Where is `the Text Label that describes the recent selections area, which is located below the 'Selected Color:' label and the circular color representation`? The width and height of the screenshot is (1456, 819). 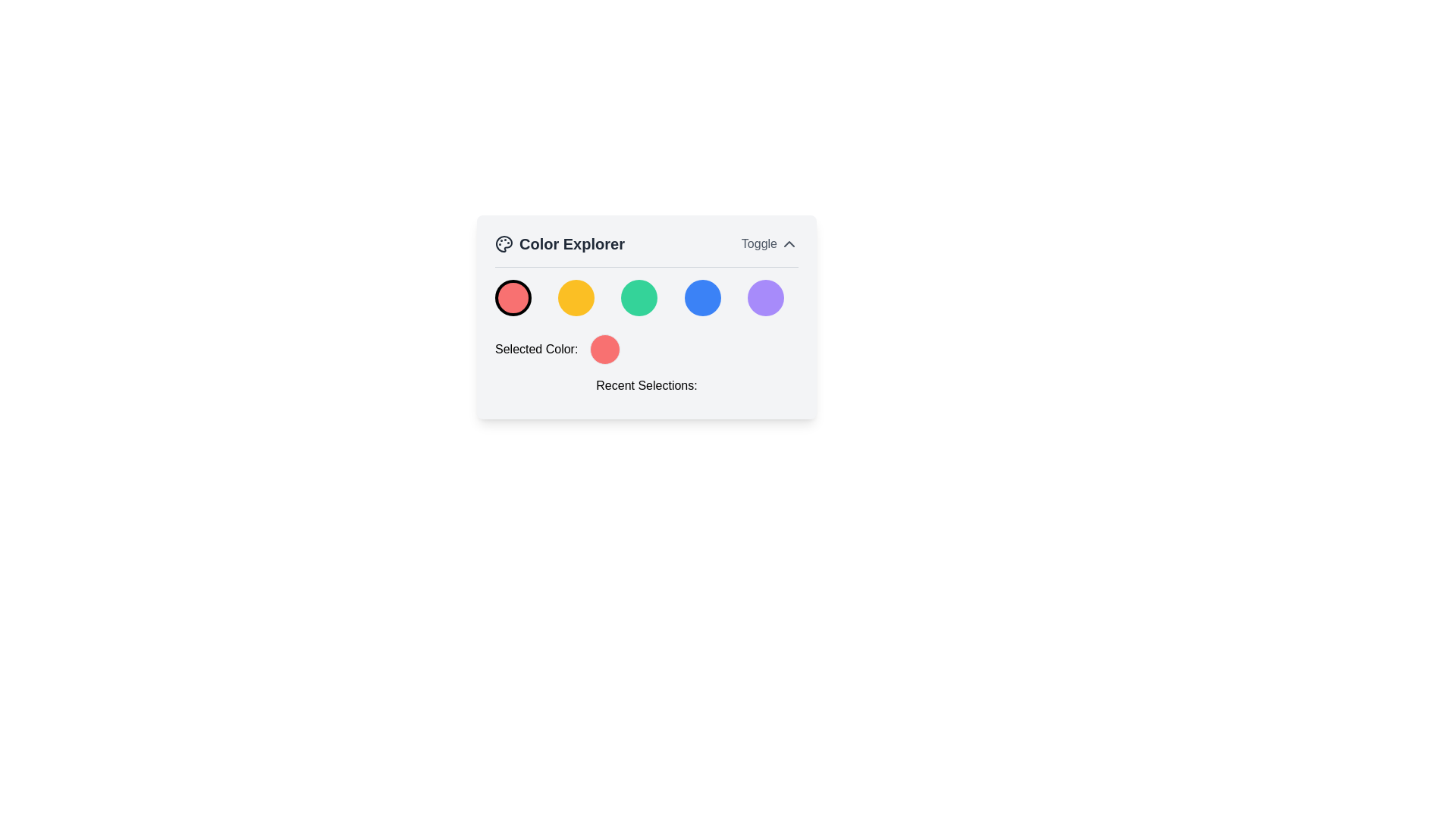
the Text Label that describes the recent selections area, which is located below the 'Selected Color:' label and the circular color representation is located at coordinates (647, 385).